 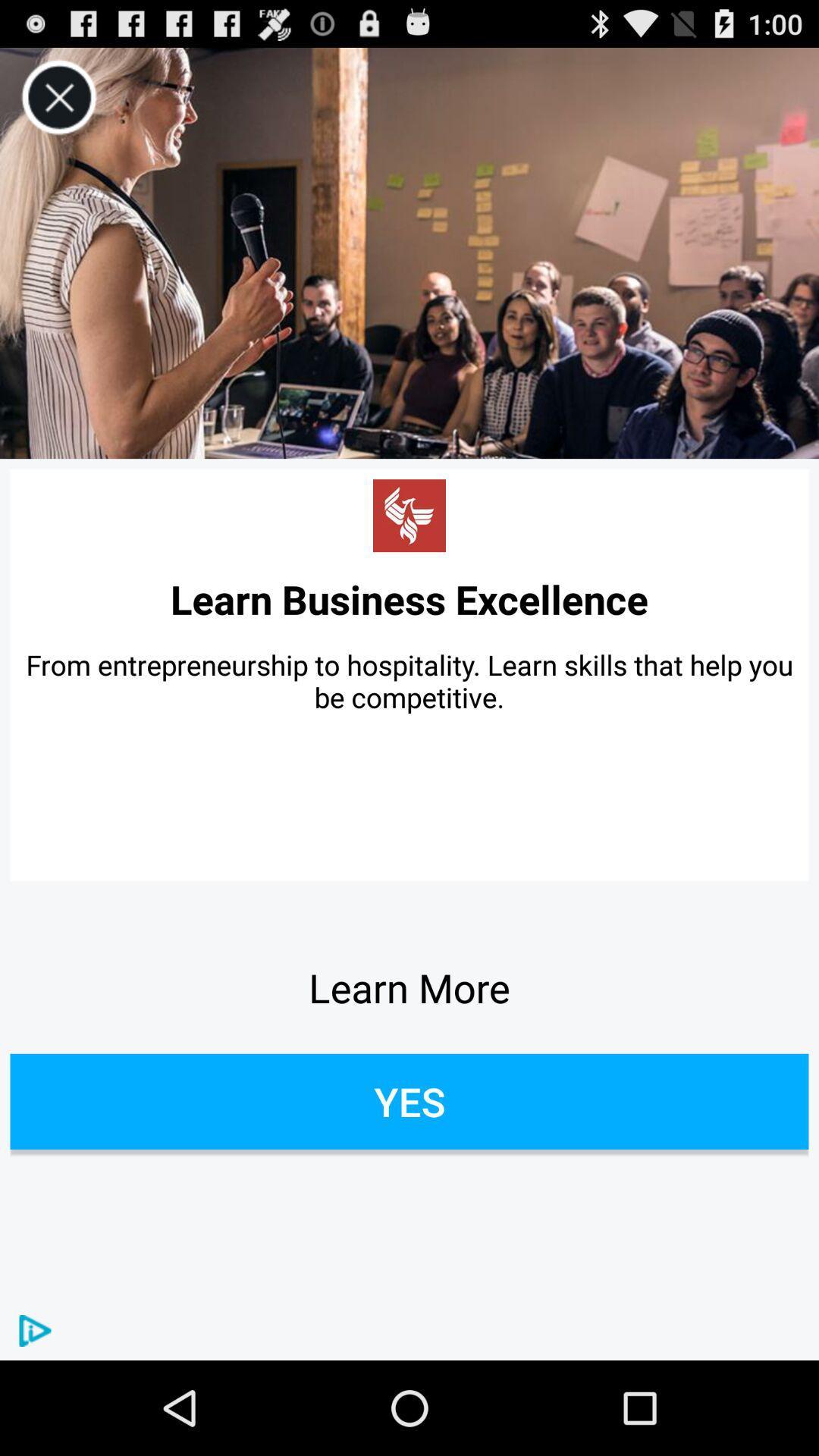 What do you see at coordinates (409, 253) in the screenshot?
I see `video` at bounding box center [409, 253].